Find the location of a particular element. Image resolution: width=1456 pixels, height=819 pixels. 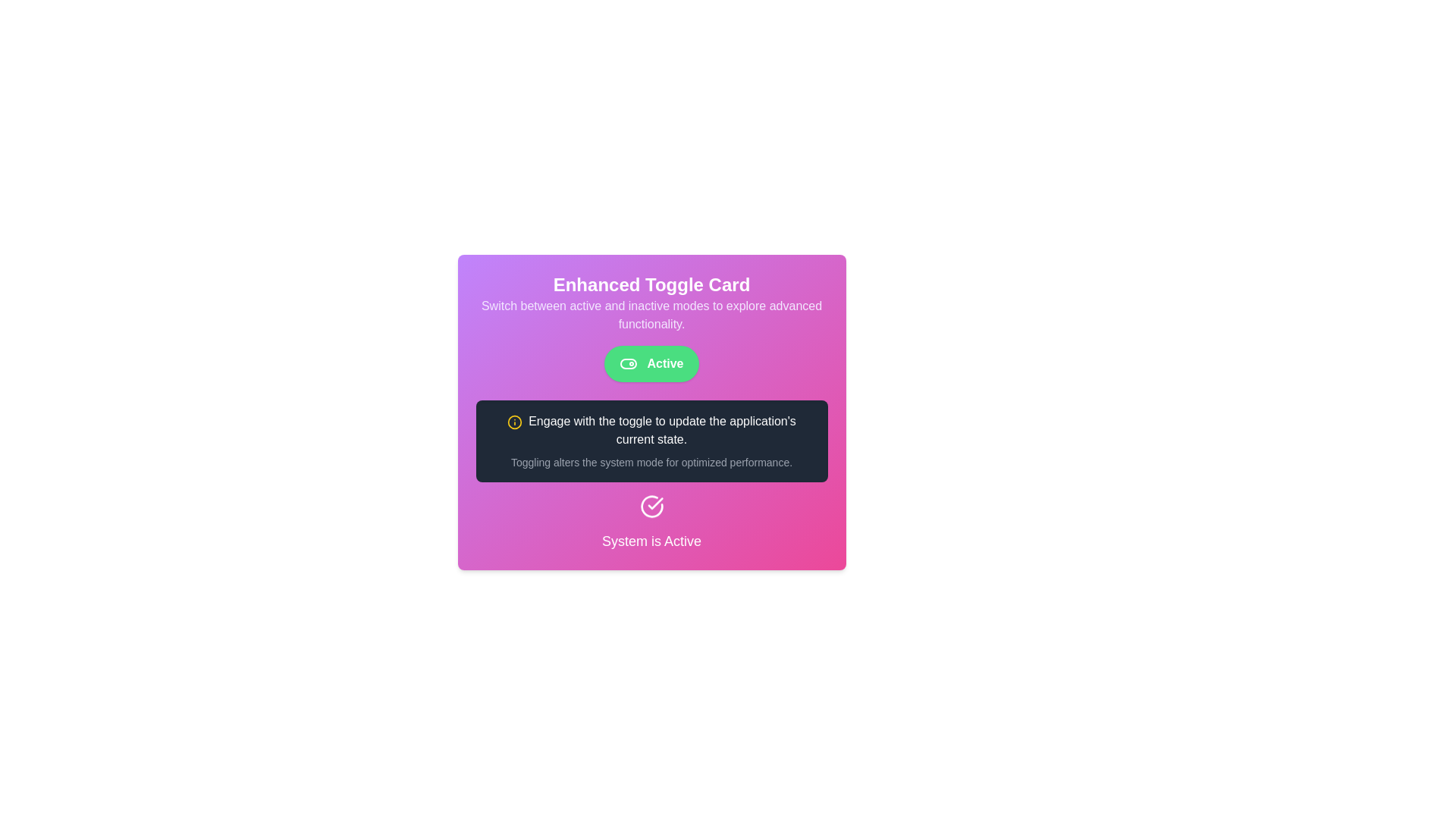

the Static Text Label that states 'System is Active', which is centrally aligned at the bottom of the card interface with a gradient pink background is located at coordinates (651, 540).